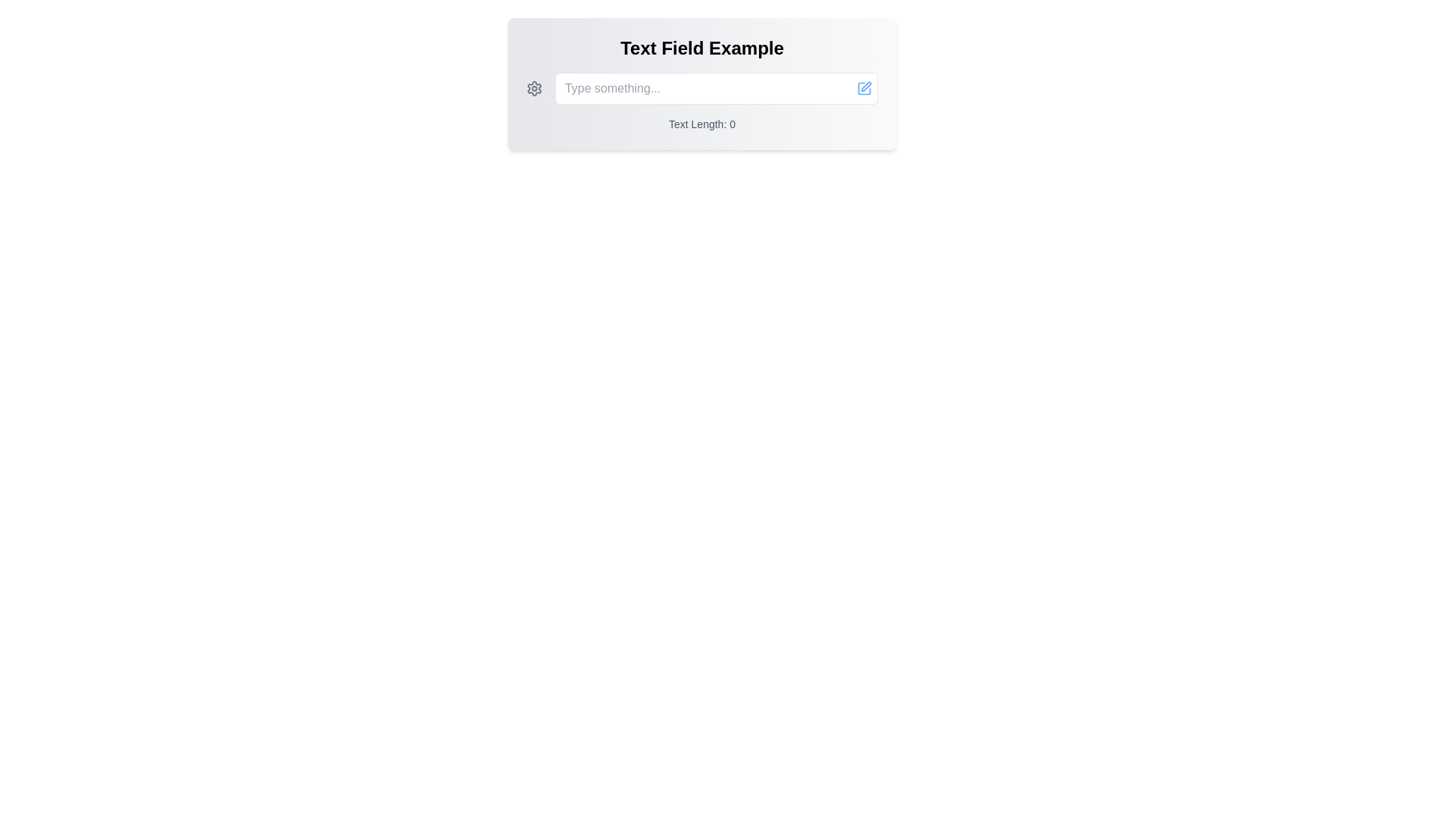  Describe the element at coordinates (864, 88) in the screenshot. I see `the stylized pen icon located on the right side of the input box with placeholder text 'Type something...'` at that location.